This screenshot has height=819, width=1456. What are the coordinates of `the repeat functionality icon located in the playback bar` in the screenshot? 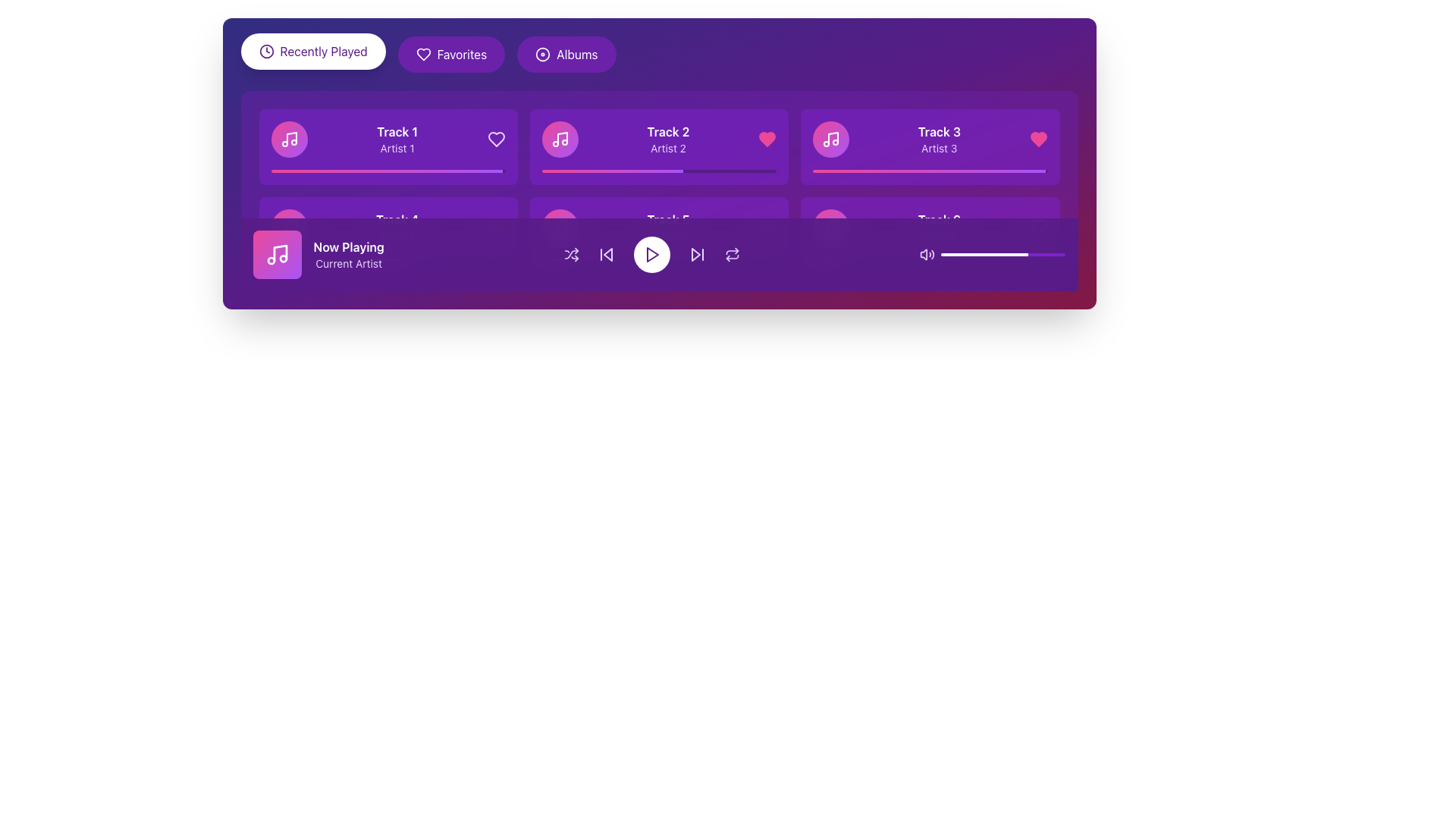 It's located at (733, 256).